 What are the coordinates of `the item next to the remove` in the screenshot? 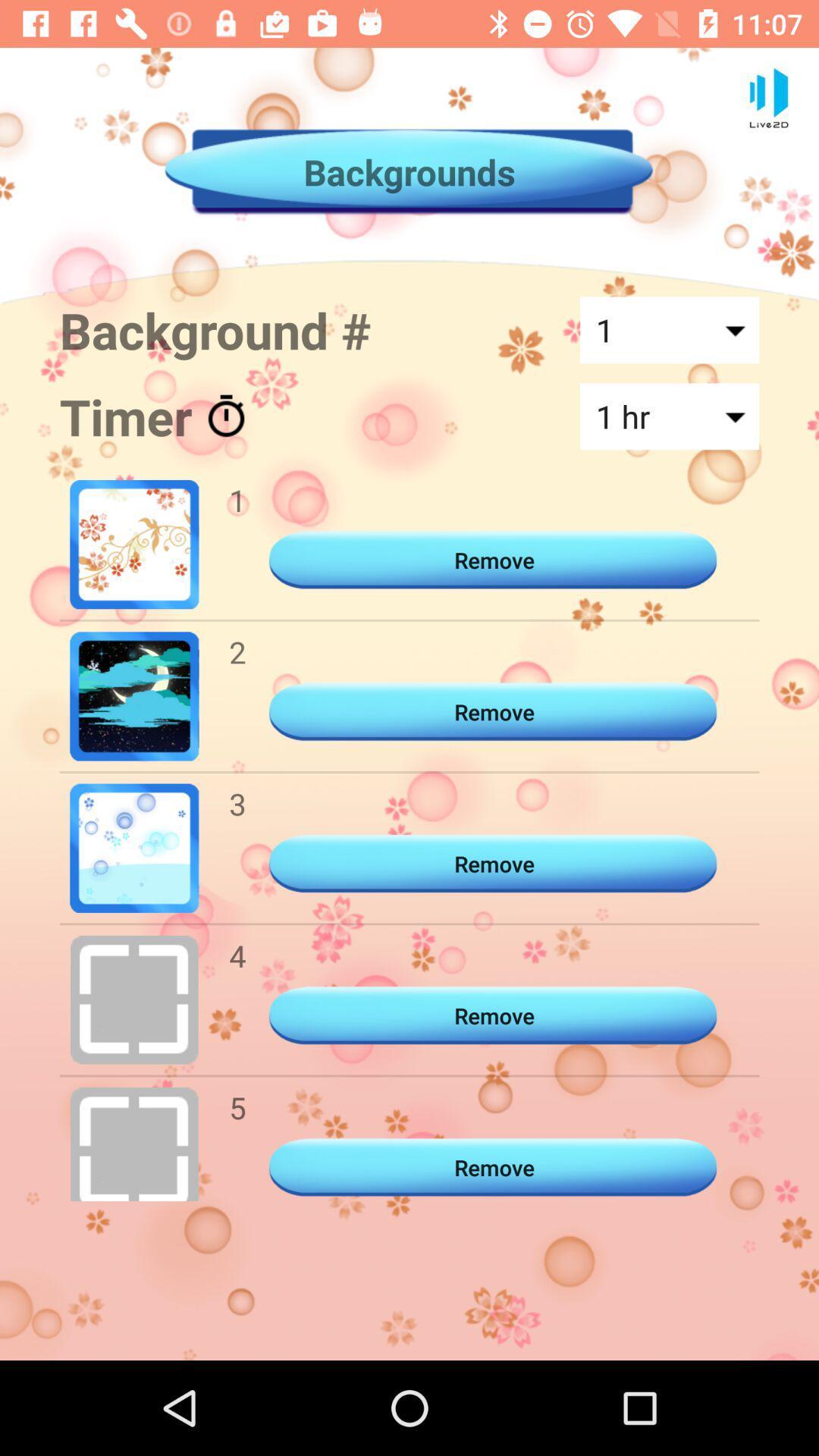 It's located at (237, 1107).